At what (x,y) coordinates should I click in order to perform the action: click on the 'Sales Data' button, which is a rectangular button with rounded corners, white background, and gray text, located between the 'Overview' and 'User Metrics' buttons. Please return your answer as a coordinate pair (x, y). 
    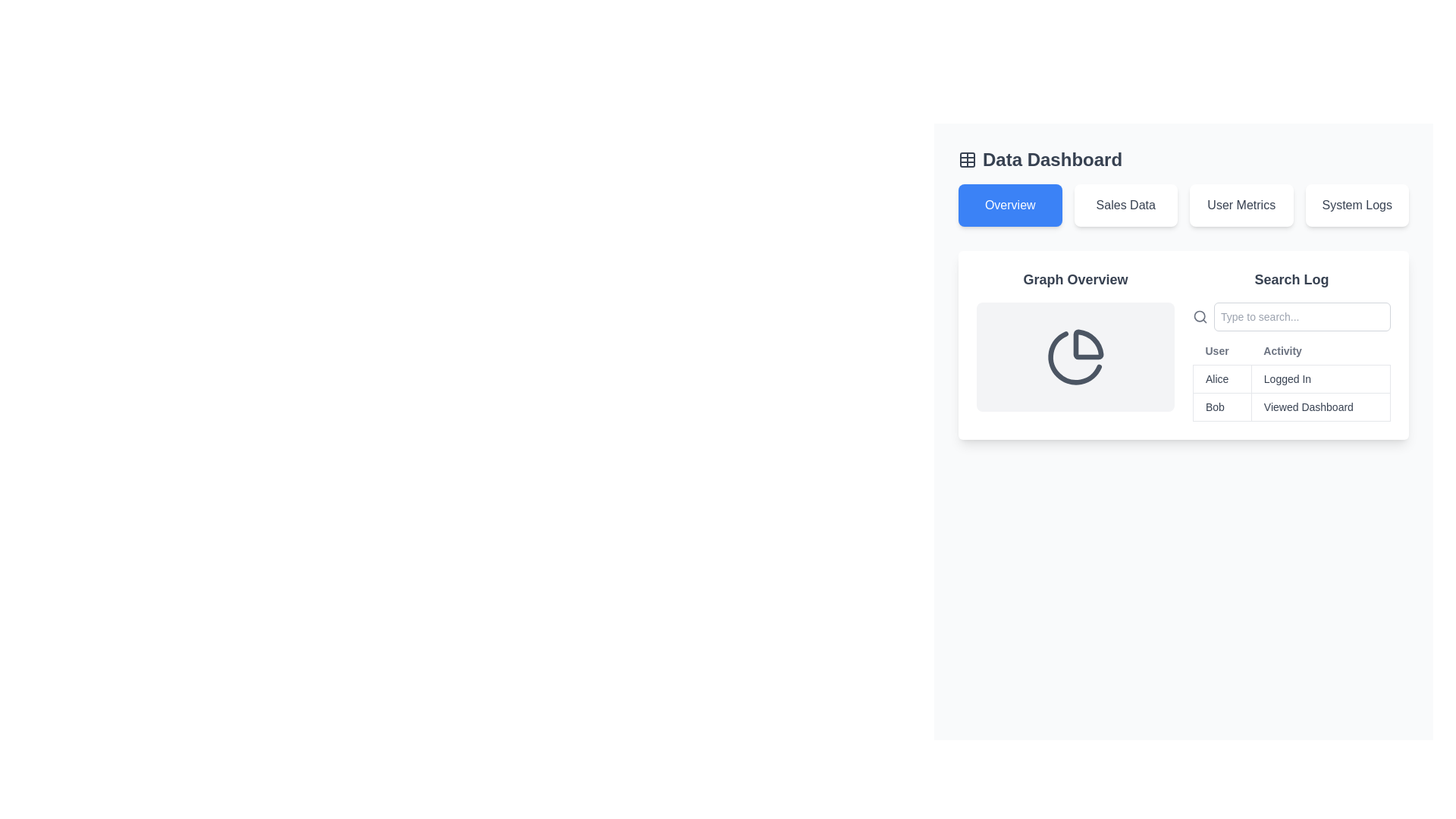
    Looking at the image, I should click on (1125, 205).